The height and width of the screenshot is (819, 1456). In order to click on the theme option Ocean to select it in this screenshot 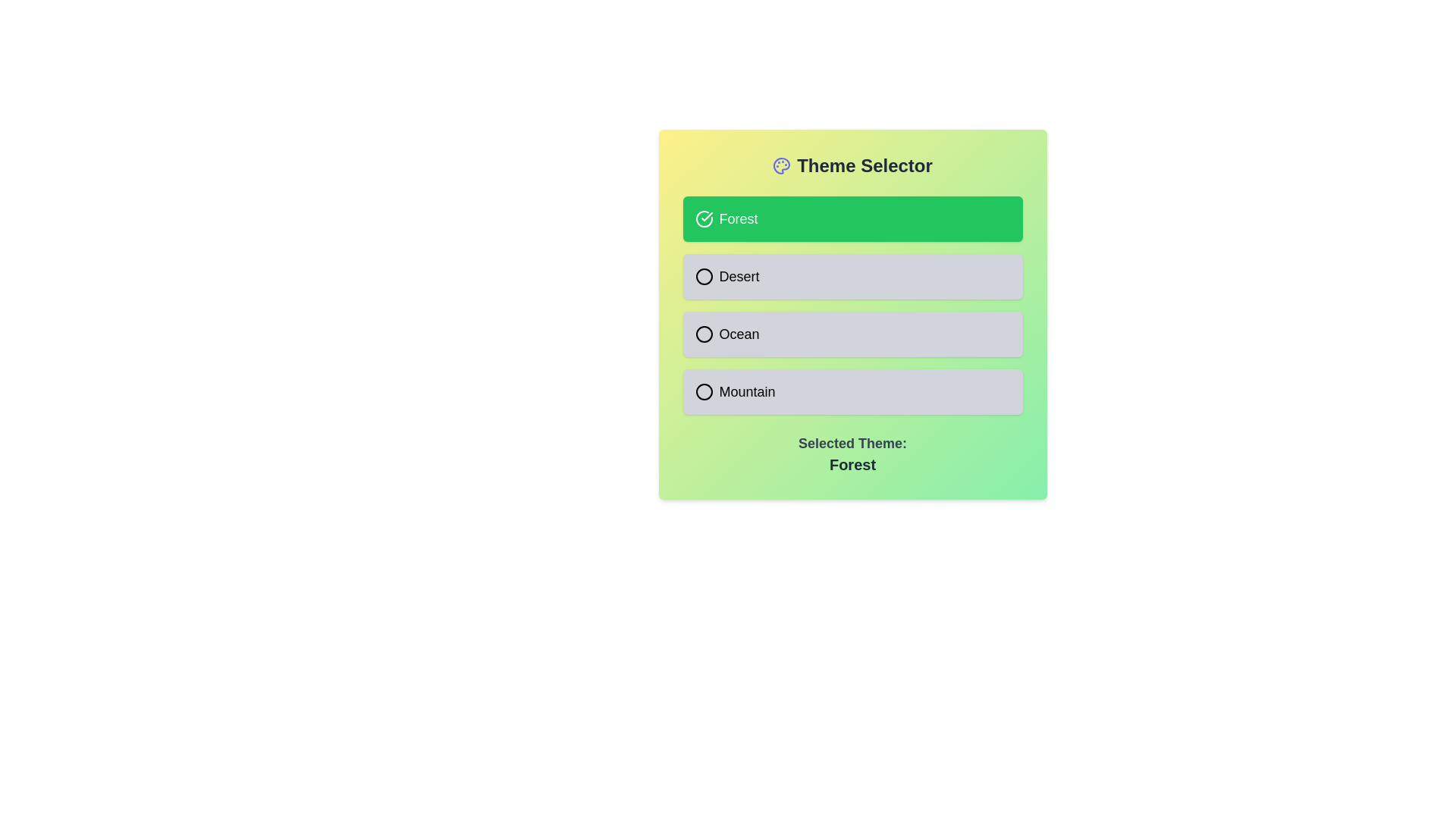, I will do `click(852, 333)`.